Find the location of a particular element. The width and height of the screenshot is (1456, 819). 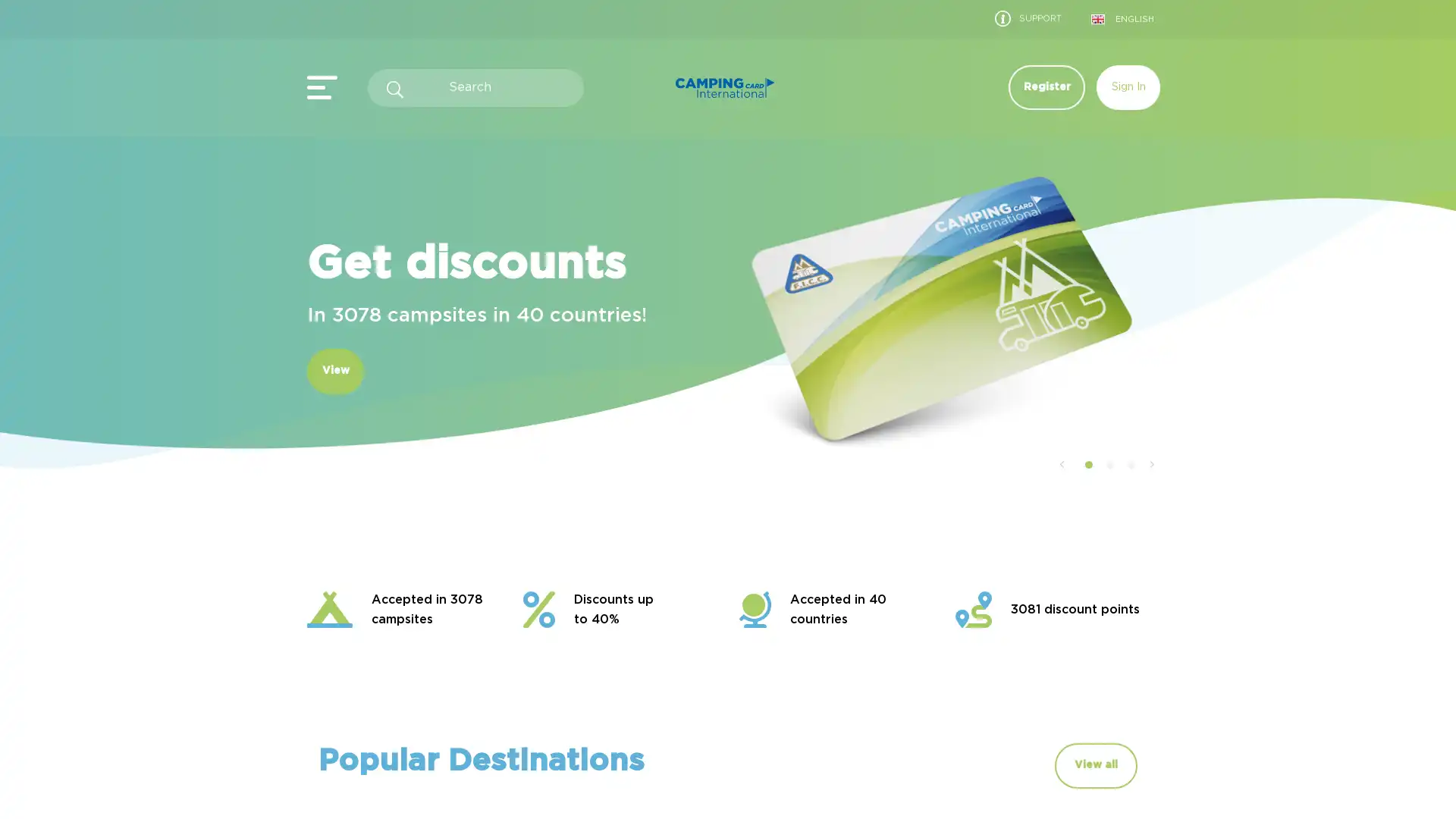

Next is located at coordinates (1151, 464).